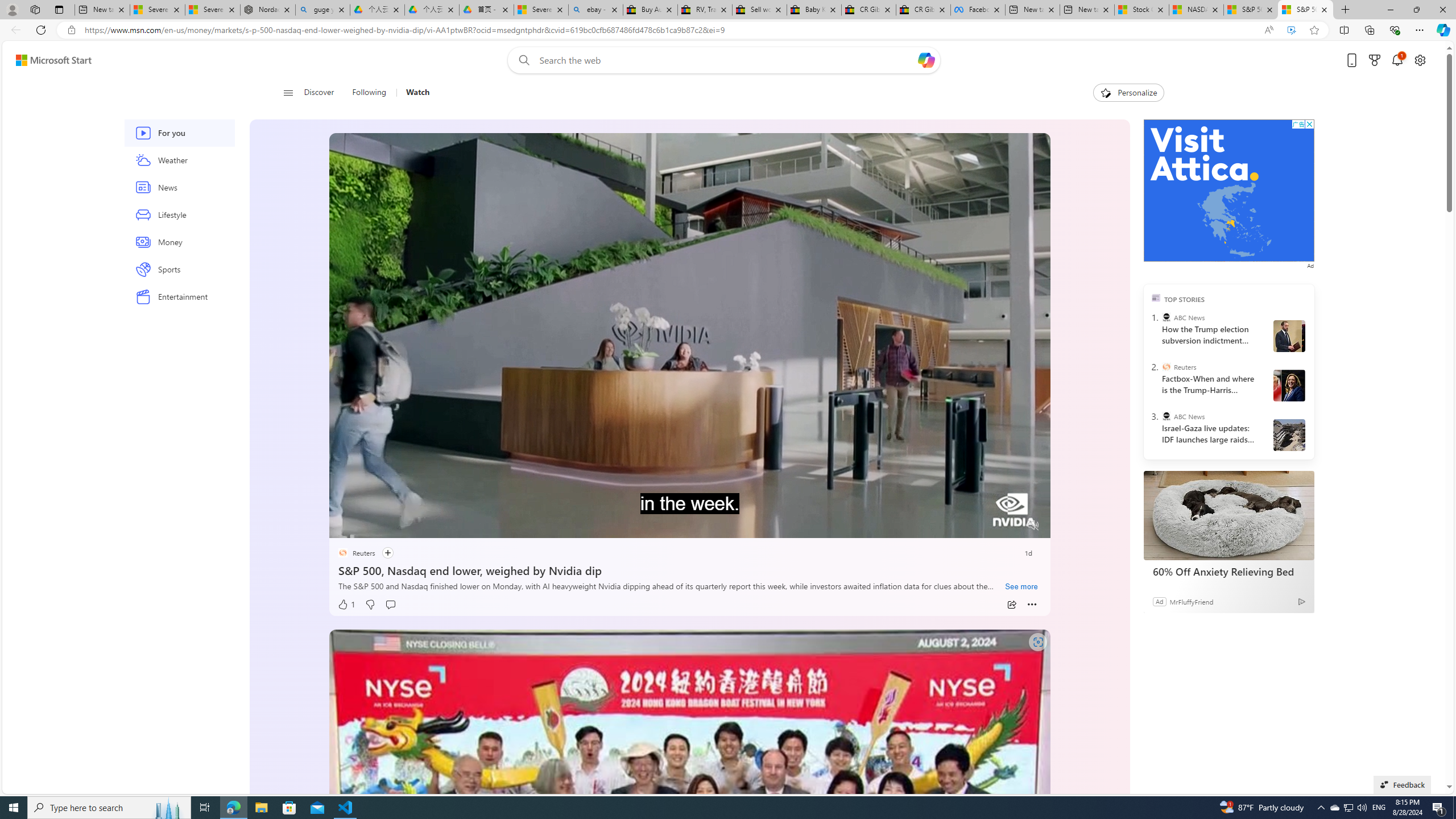 The image size is (1456, 819). I want to click on 'Sell worldwide with eBay', so click(760, 9).